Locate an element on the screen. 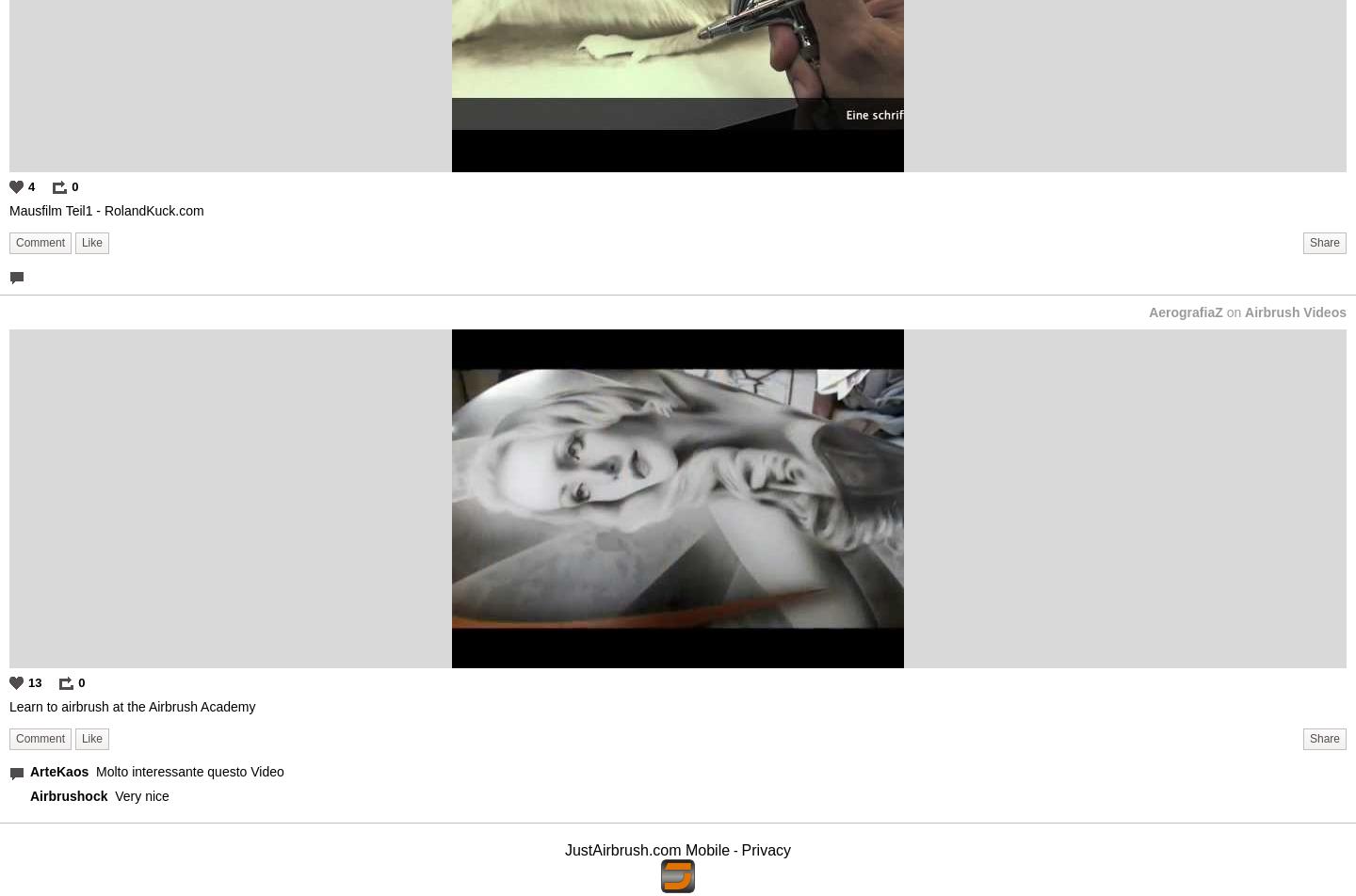 The image size is (1356, 896). 'Learn to airbrush at the Airbrush Academy' is located at coordinates (131, 705).